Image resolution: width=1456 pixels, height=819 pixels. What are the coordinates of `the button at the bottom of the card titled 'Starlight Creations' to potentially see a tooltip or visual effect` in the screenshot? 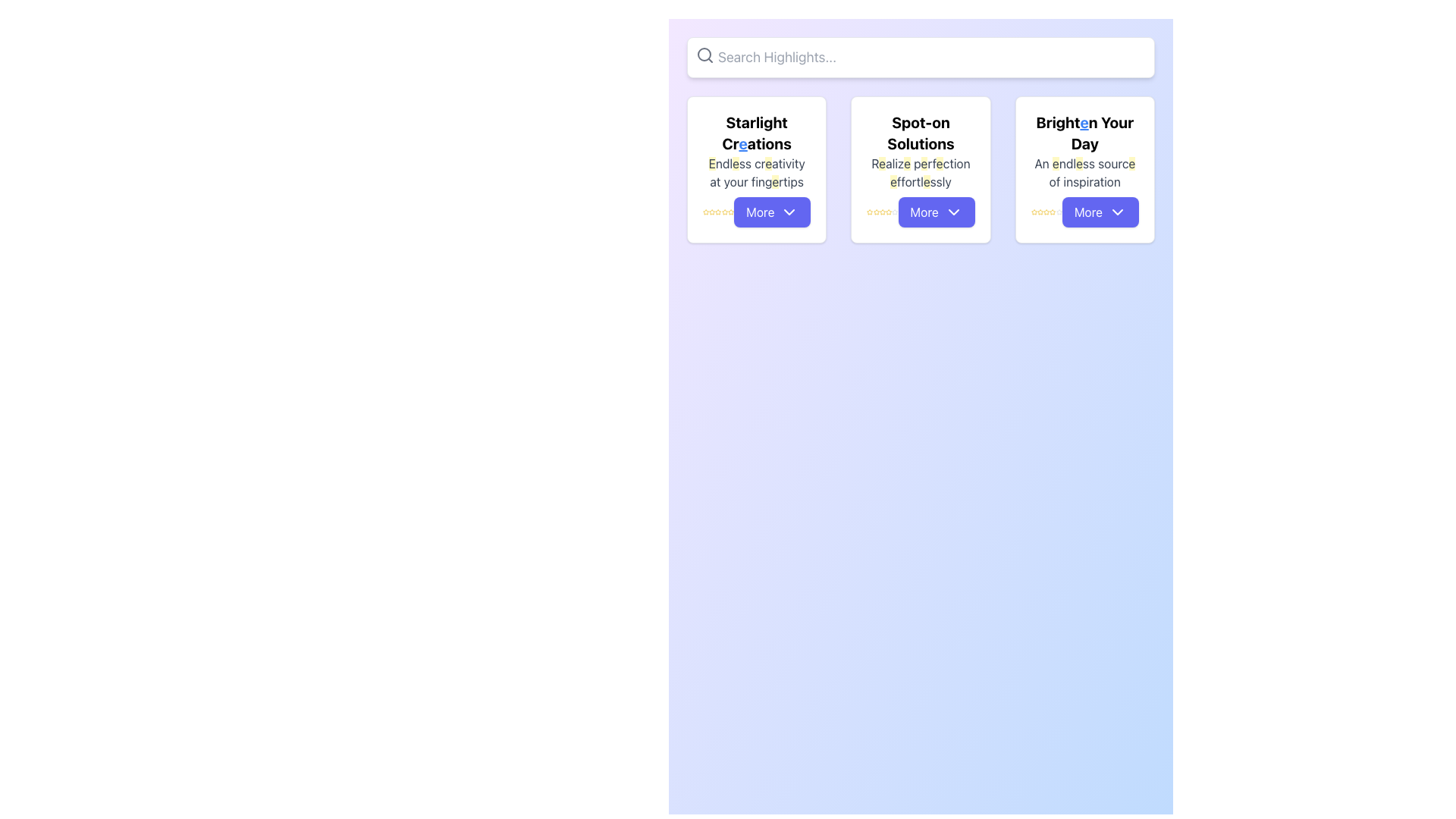 It's located at (772, 212).